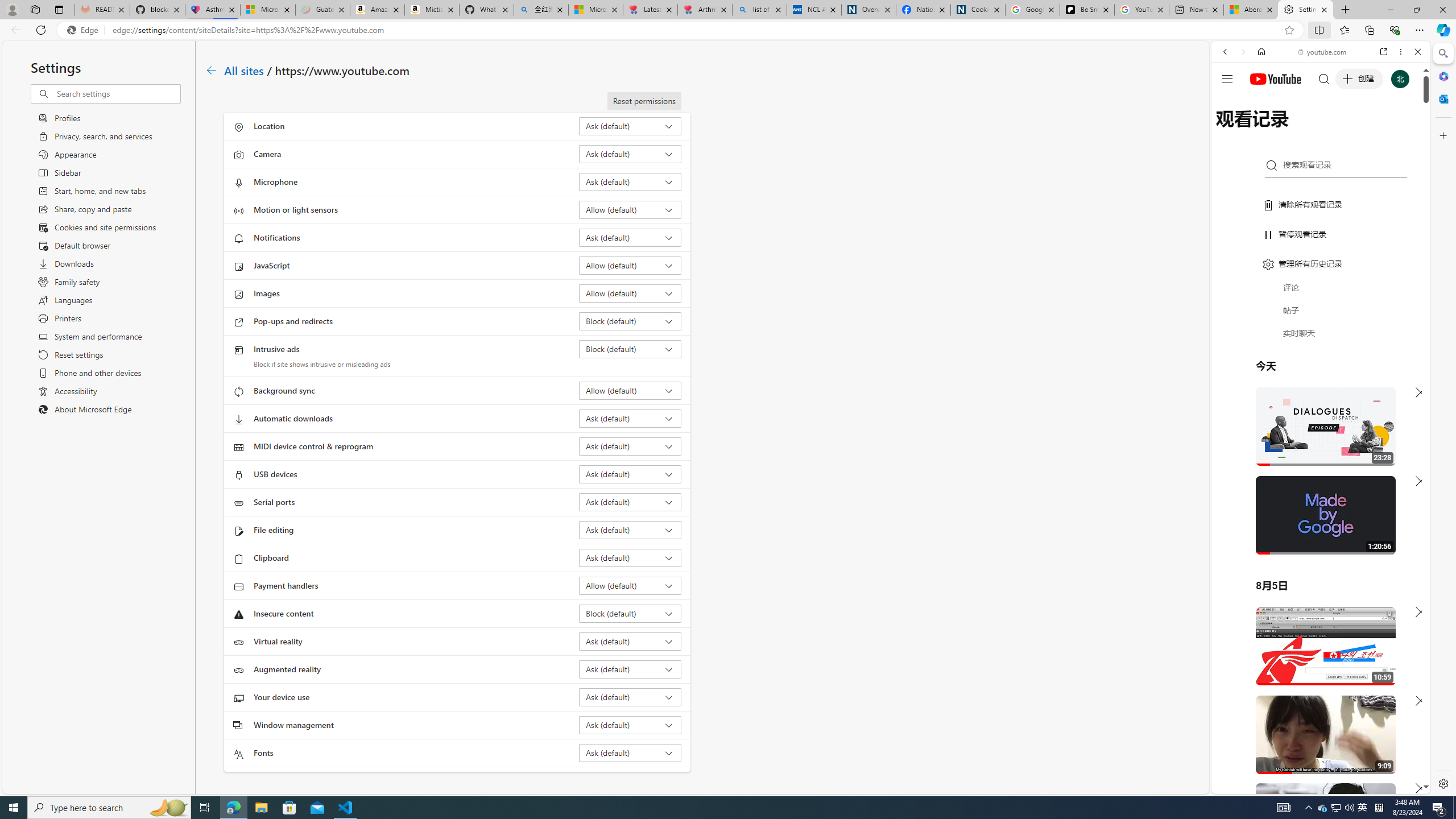 This screenshot has height=819, width=1456. What do you see at coordinates (630, 418) in the screenshot?
I see `'Automatic downloads Ask (default)'` at bounding box center [630, 418].